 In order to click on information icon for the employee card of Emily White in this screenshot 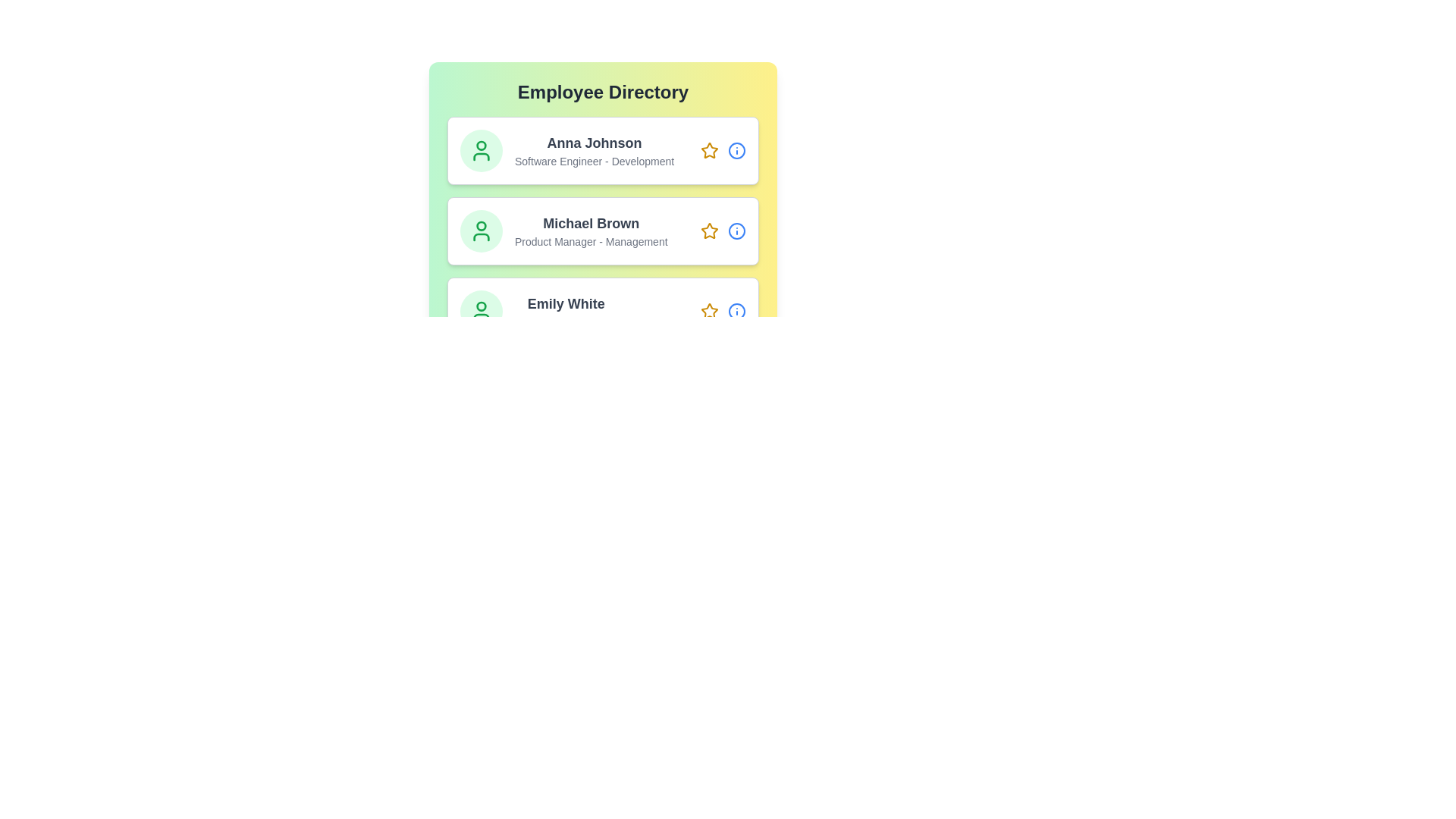, I will do `click(736, 311)`.